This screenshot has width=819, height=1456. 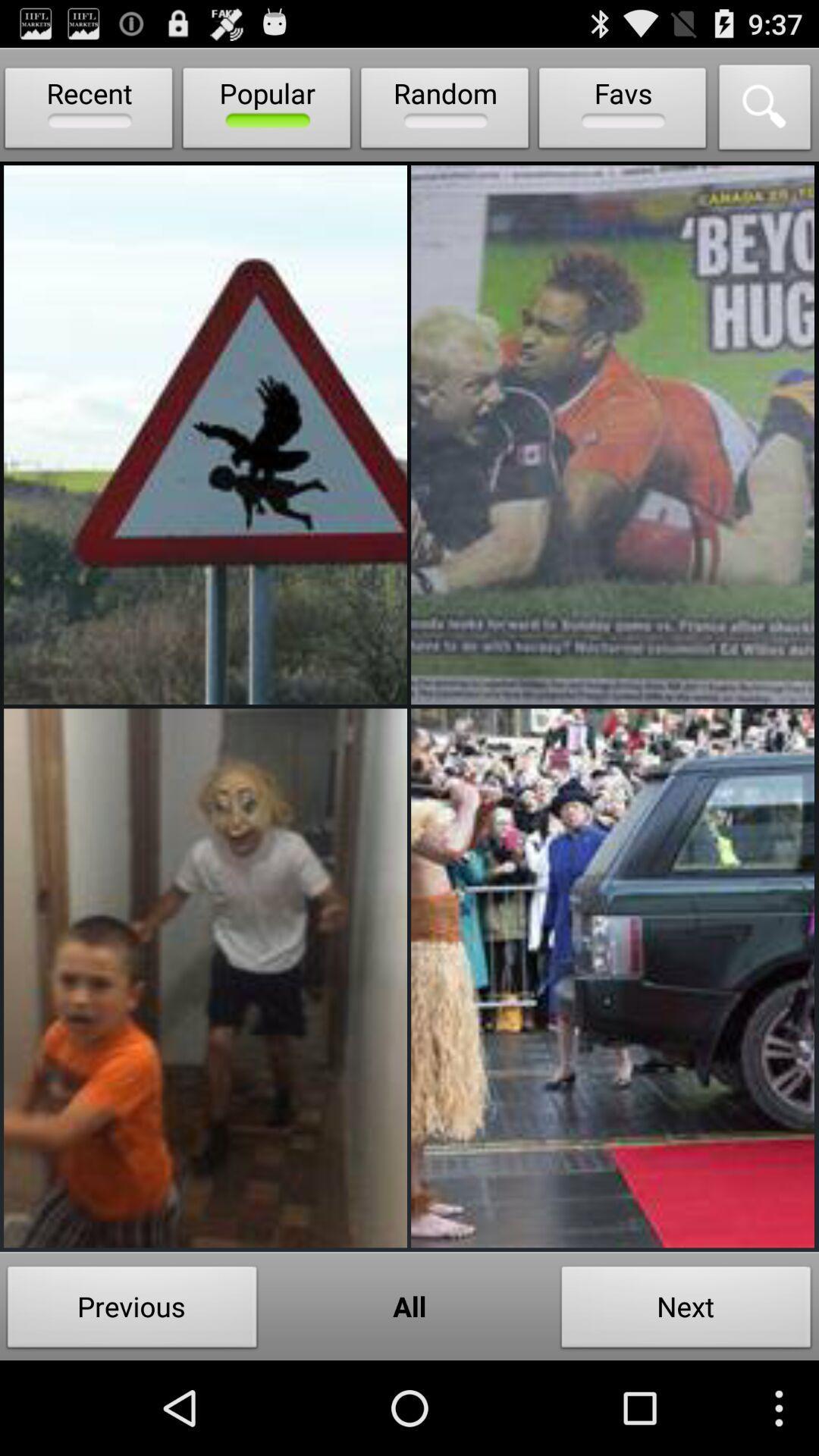 I want to click on the icon to the right of the recent, so click(x=266, y=111).